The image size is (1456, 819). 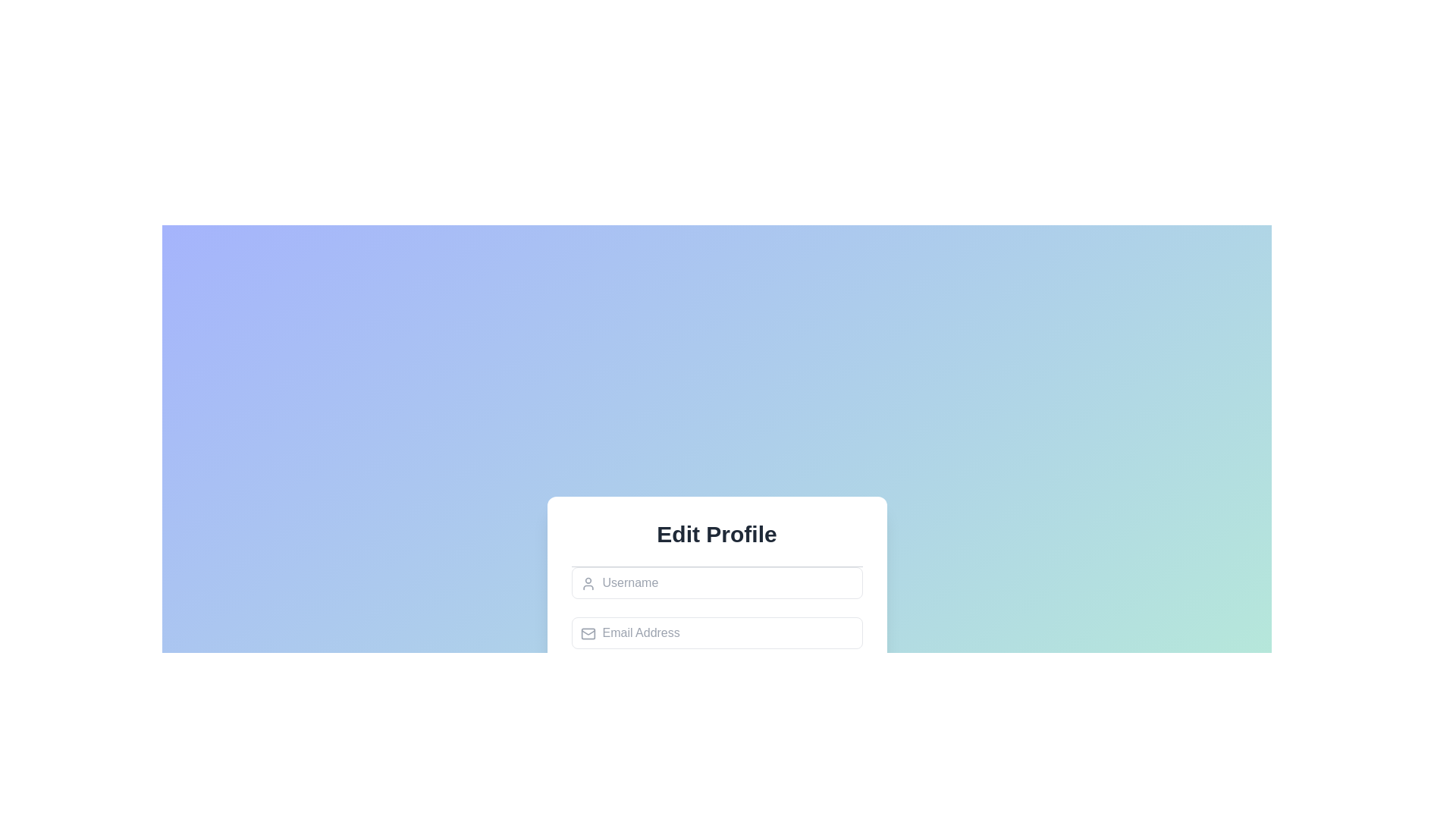 I want to click on the icon that visually indicates the 'Username' input field, located to the immediate left inside the input area, so click(x=587, y=583).